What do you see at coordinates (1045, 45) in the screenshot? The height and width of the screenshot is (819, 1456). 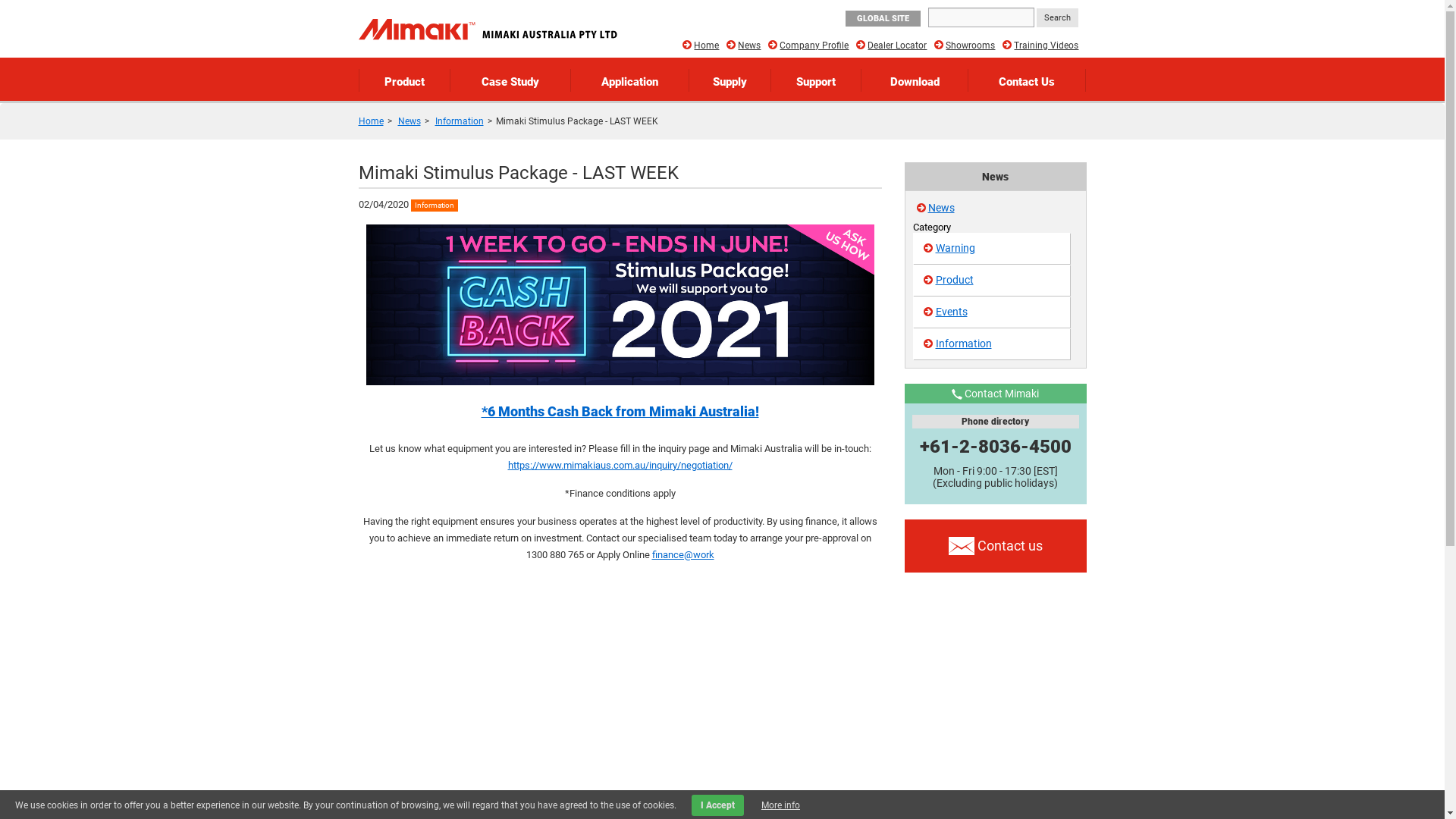 I see `'Training Videos'` at bounding box center [1045, 45].